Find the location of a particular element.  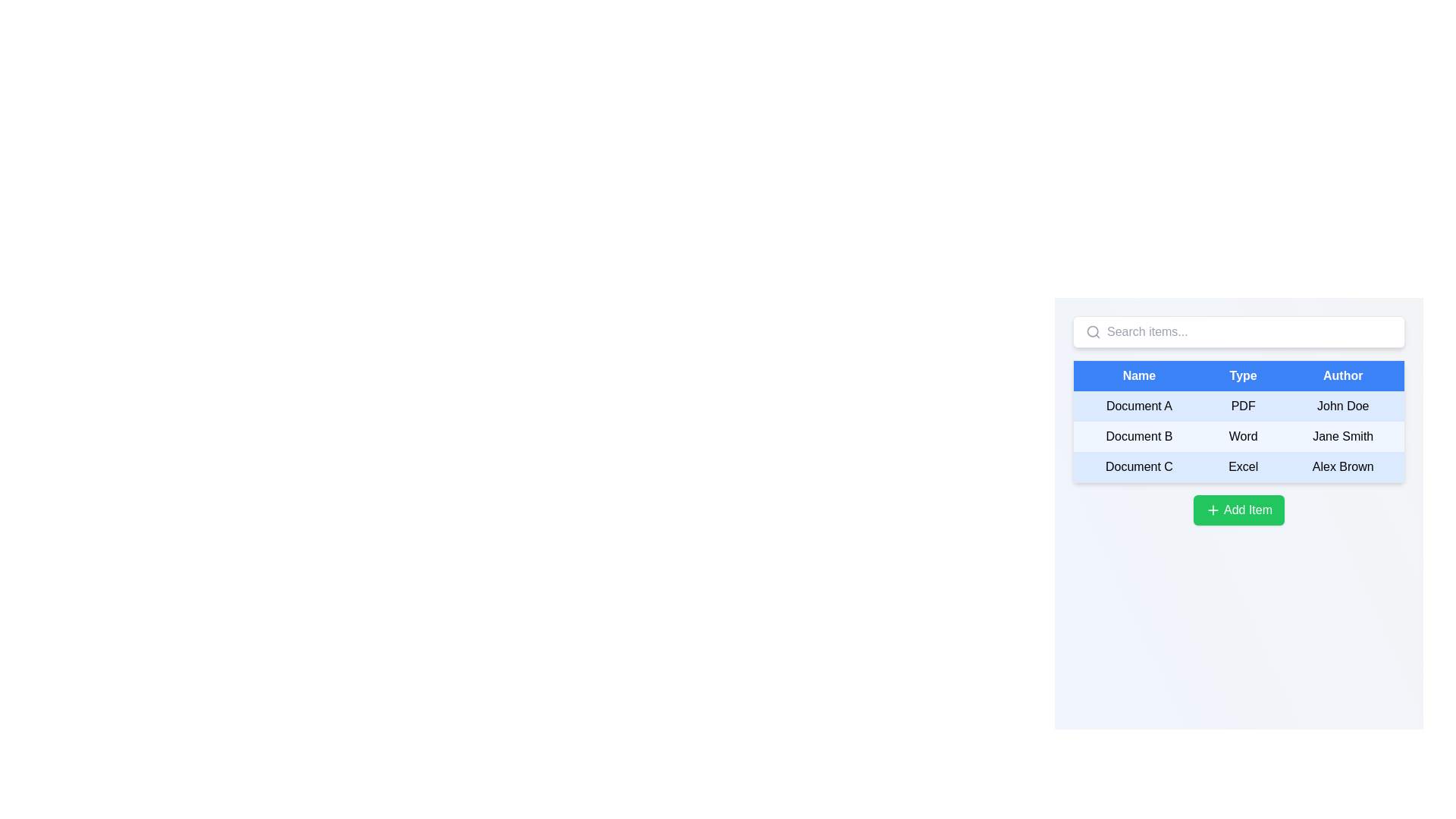

text label displaying the word 'Word' located in the second row, second column of the data table, which has a light blue background and is centered in its cell is located at coordinates (1243, 436).